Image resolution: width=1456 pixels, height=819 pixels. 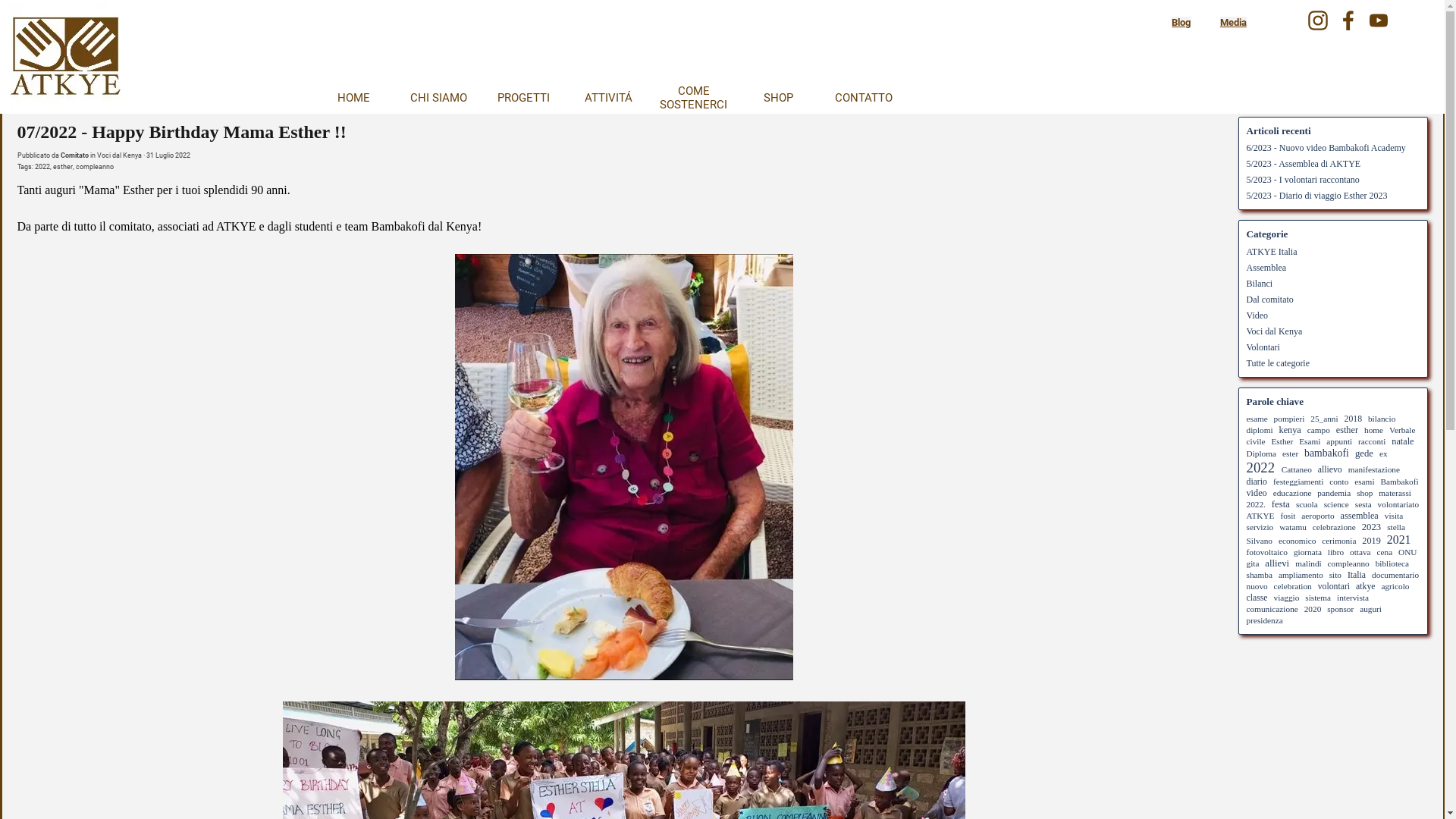 I want to click on '2021', so click(x=1398, y=538).